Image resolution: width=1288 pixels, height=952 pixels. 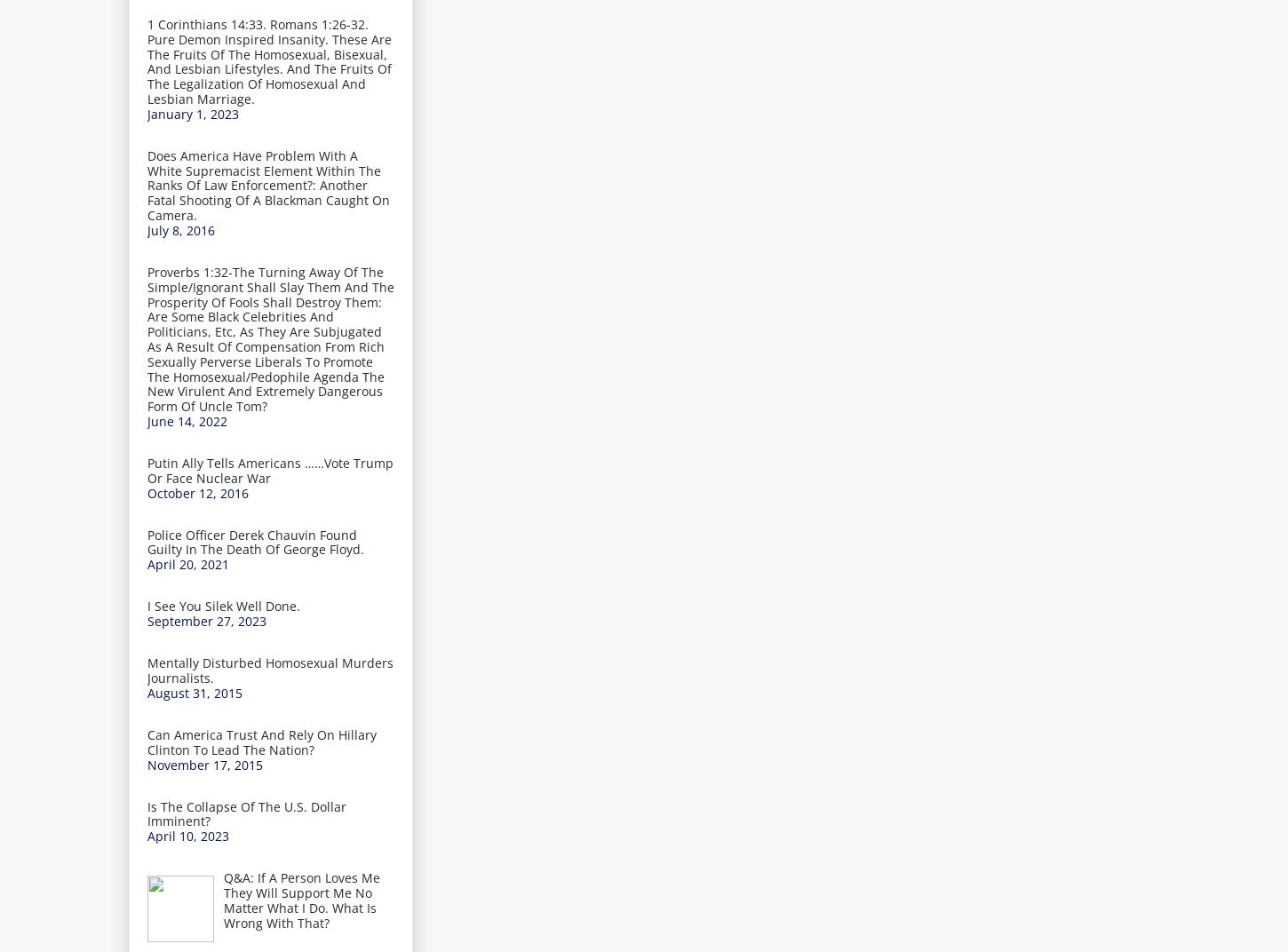 I want to click on '1 Corinthians 14:33. Romans 1:26-32. Pure Demon Inspired Insanity. These Are The Fruits Of The Homosexual, Bisexual, And Lesbian Lifestyles. And The Fruits Of The Legalization Of Homosexual And Lesbian Marriage.', so click(x=269, y=60).